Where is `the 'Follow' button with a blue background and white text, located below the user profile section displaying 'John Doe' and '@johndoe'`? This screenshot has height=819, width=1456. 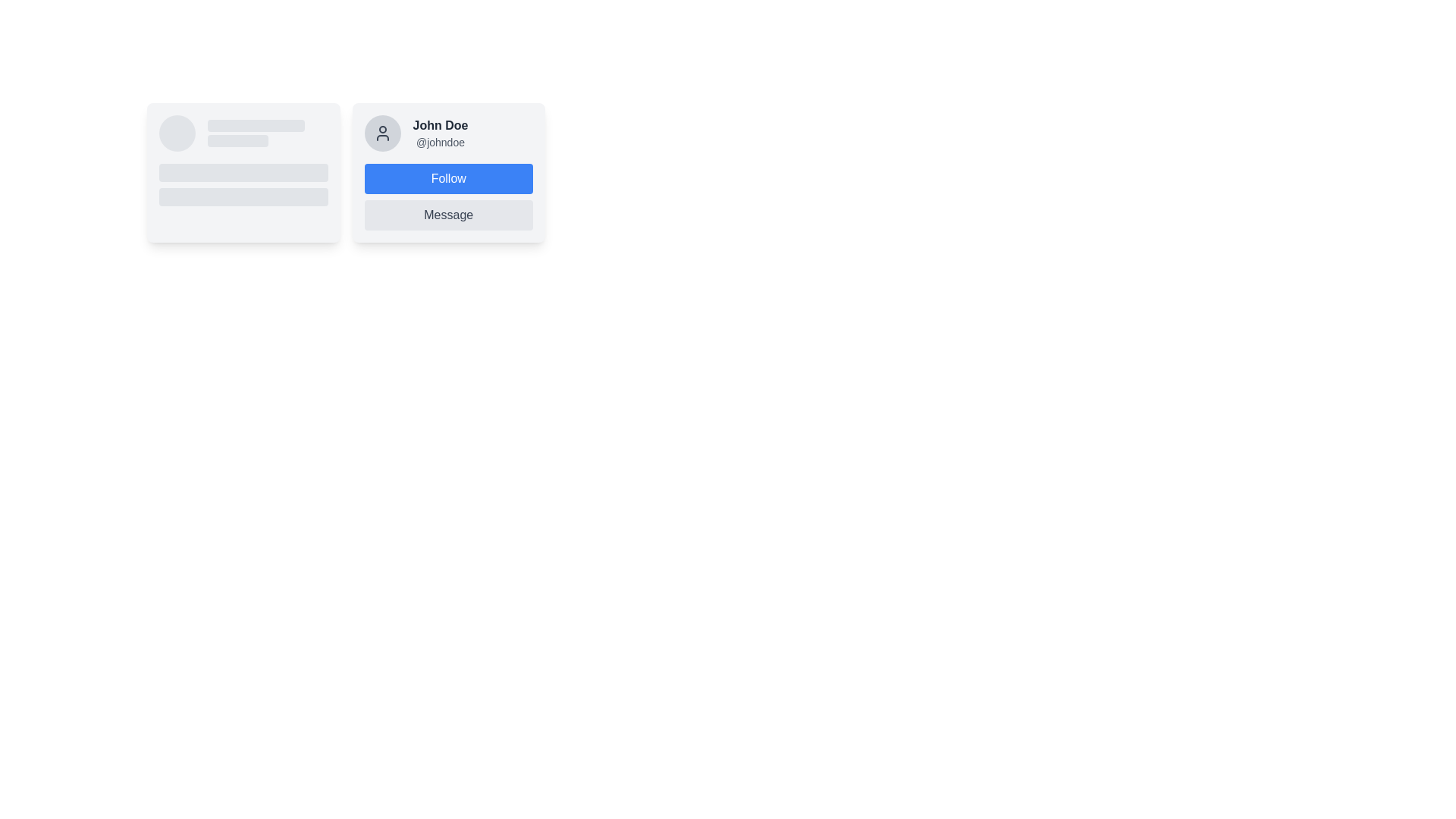
the 'Follow' button with a blue background and white text, located below the user profile section displaying 'John Doe' and '@johndoe' is located at coordinates (447, 171).